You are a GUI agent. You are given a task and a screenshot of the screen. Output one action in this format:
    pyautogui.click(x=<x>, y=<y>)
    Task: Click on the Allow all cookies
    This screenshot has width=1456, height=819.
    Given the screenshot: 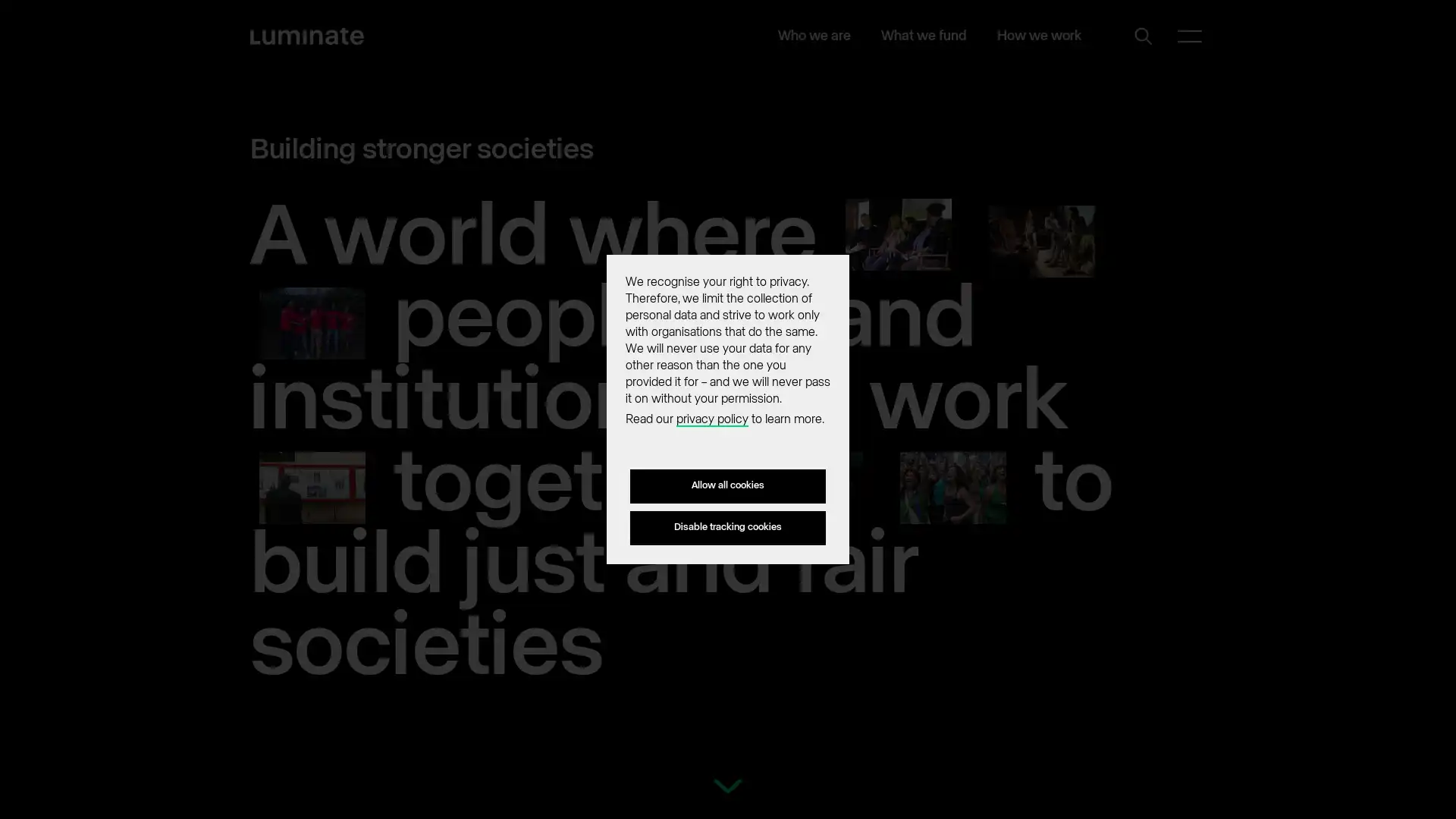 What is the action you would take?
    pyautogui.click(x=728, y=486)
    